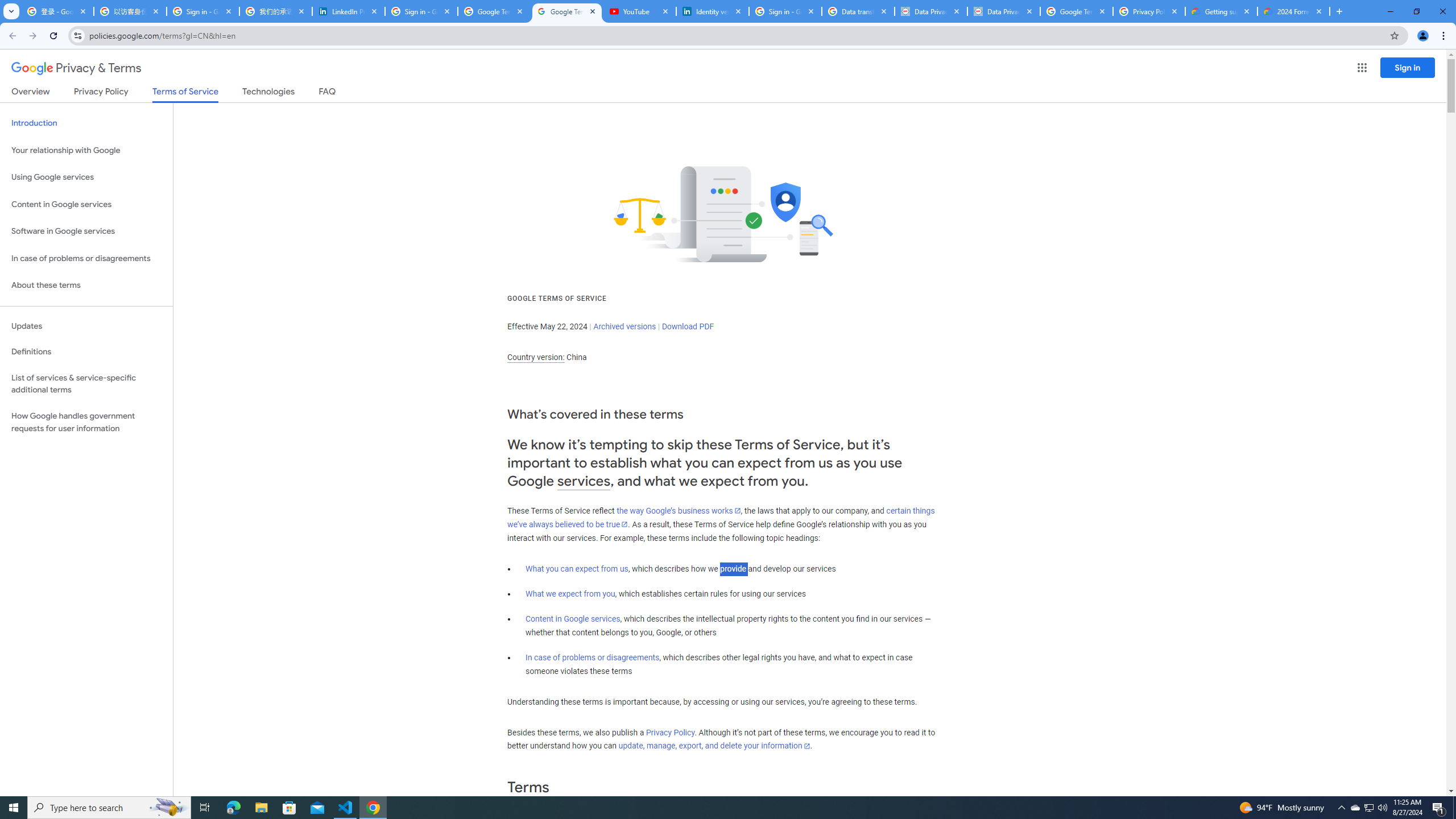  What do you see at coordinates (86, 230) in the screenshot?
I see `'Software in Google services'` at bounding box center [86, 230].